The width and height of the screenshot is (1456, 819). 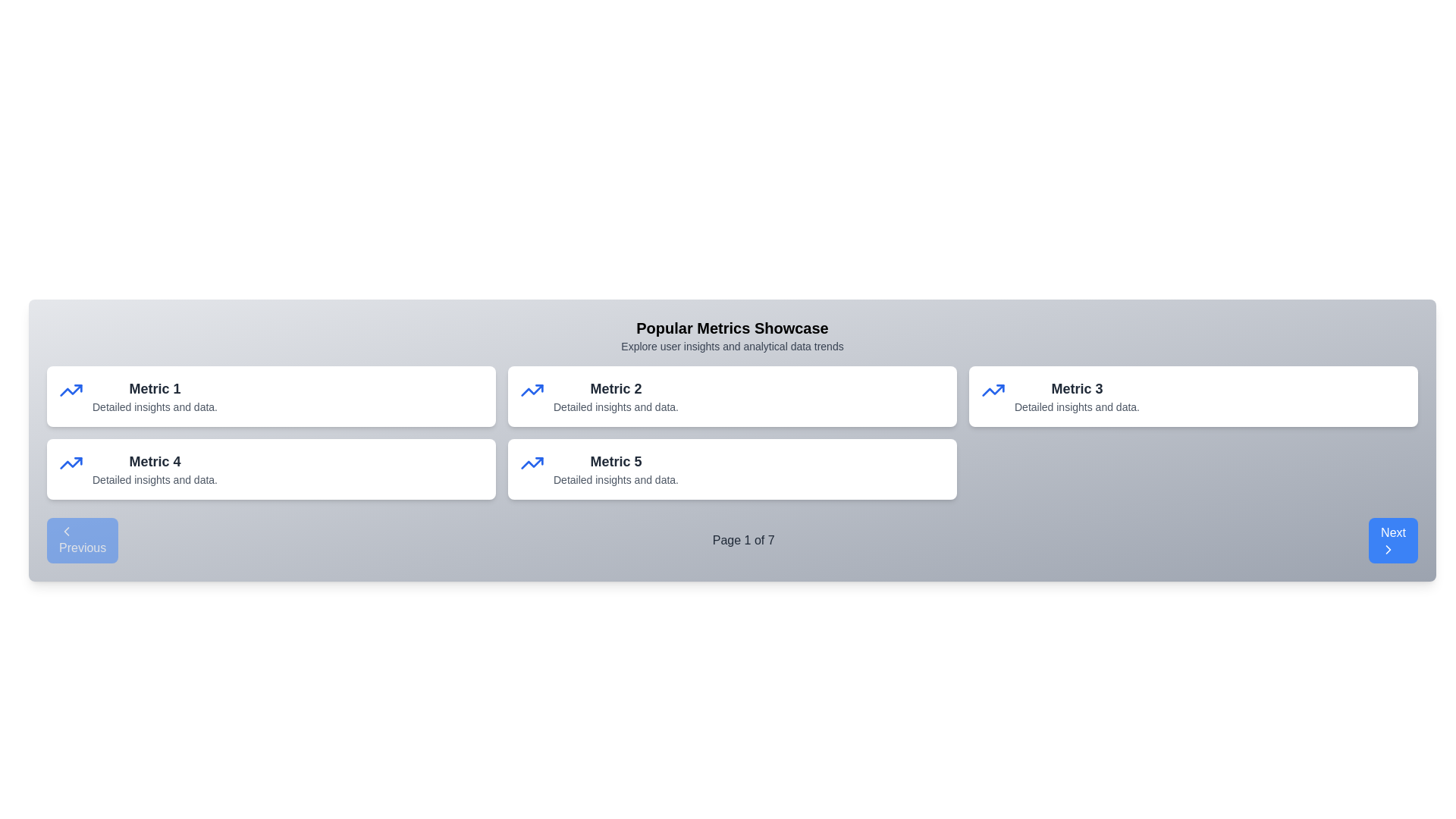 I want to click on the text in the 'Metric 1' heading, which is a bold, large font text label located at the top of the first column in the metrics grid, so click(x=155, y=388).